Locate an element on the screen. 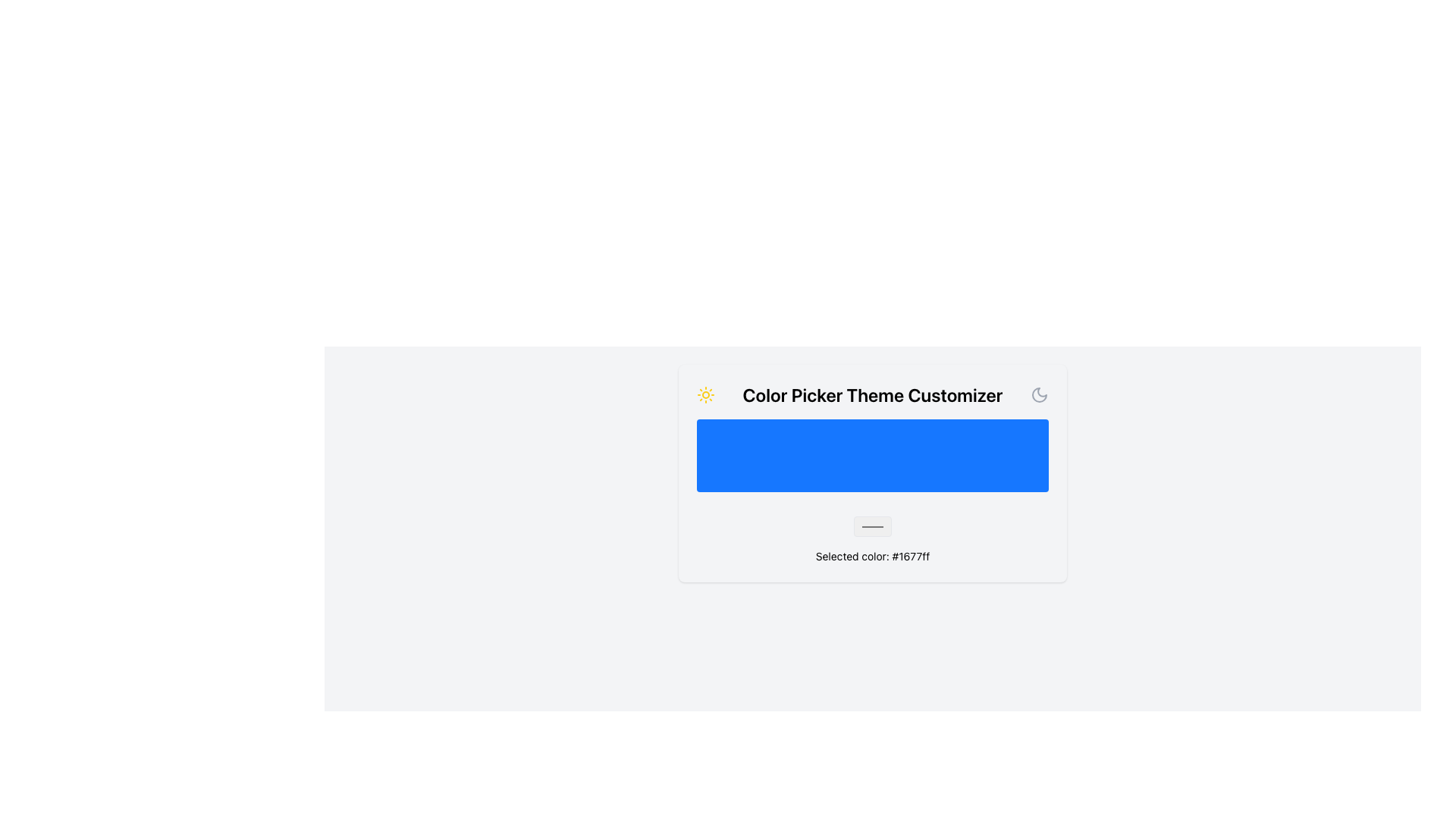 This screenshot has height=819, width=1456. the prominently colored blue section of the Color Picker Widget is located at coordinates (873, 472).